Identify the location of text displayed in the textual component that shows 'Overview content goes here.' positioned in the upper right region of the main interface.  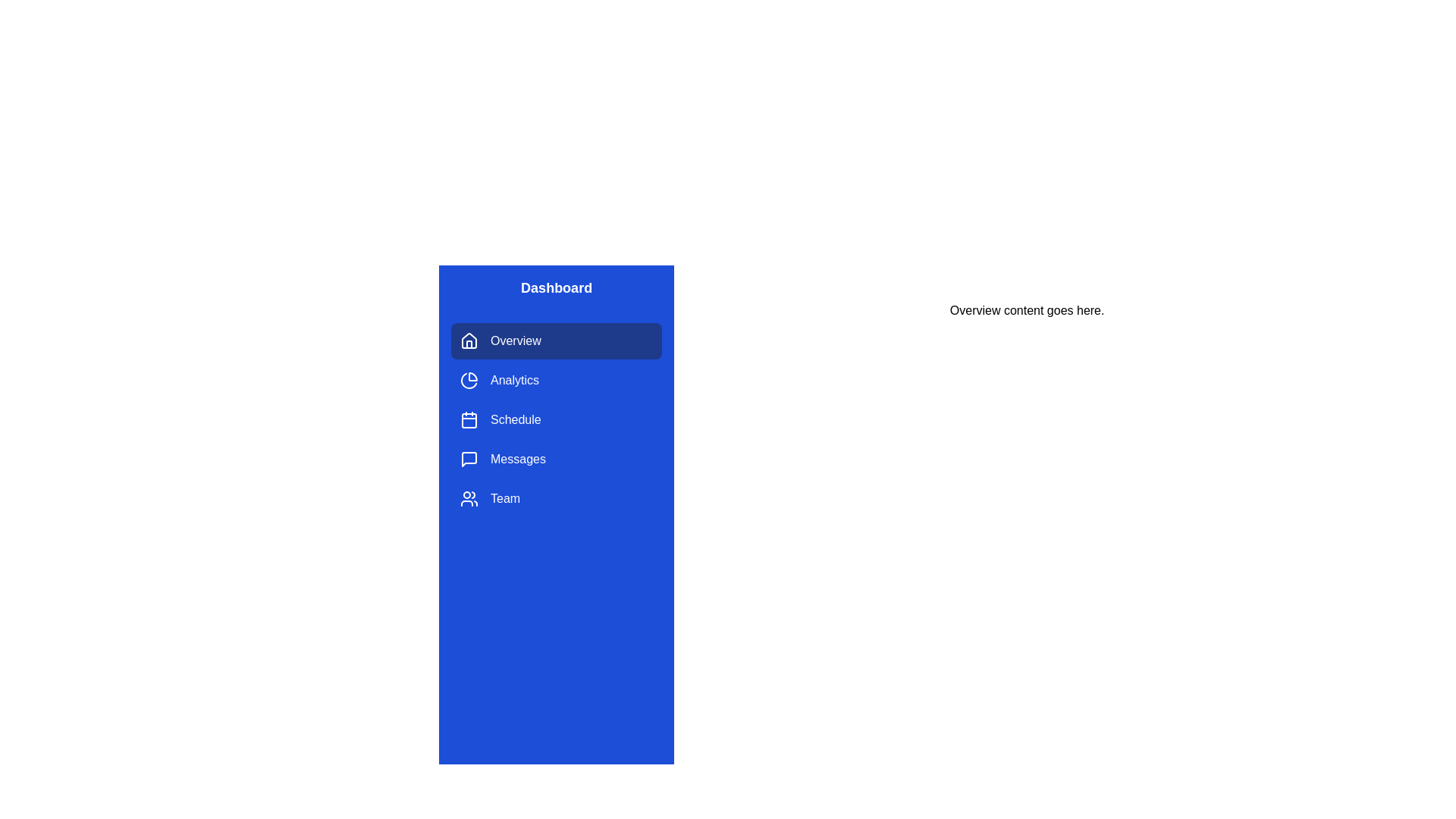
(1027, 309).